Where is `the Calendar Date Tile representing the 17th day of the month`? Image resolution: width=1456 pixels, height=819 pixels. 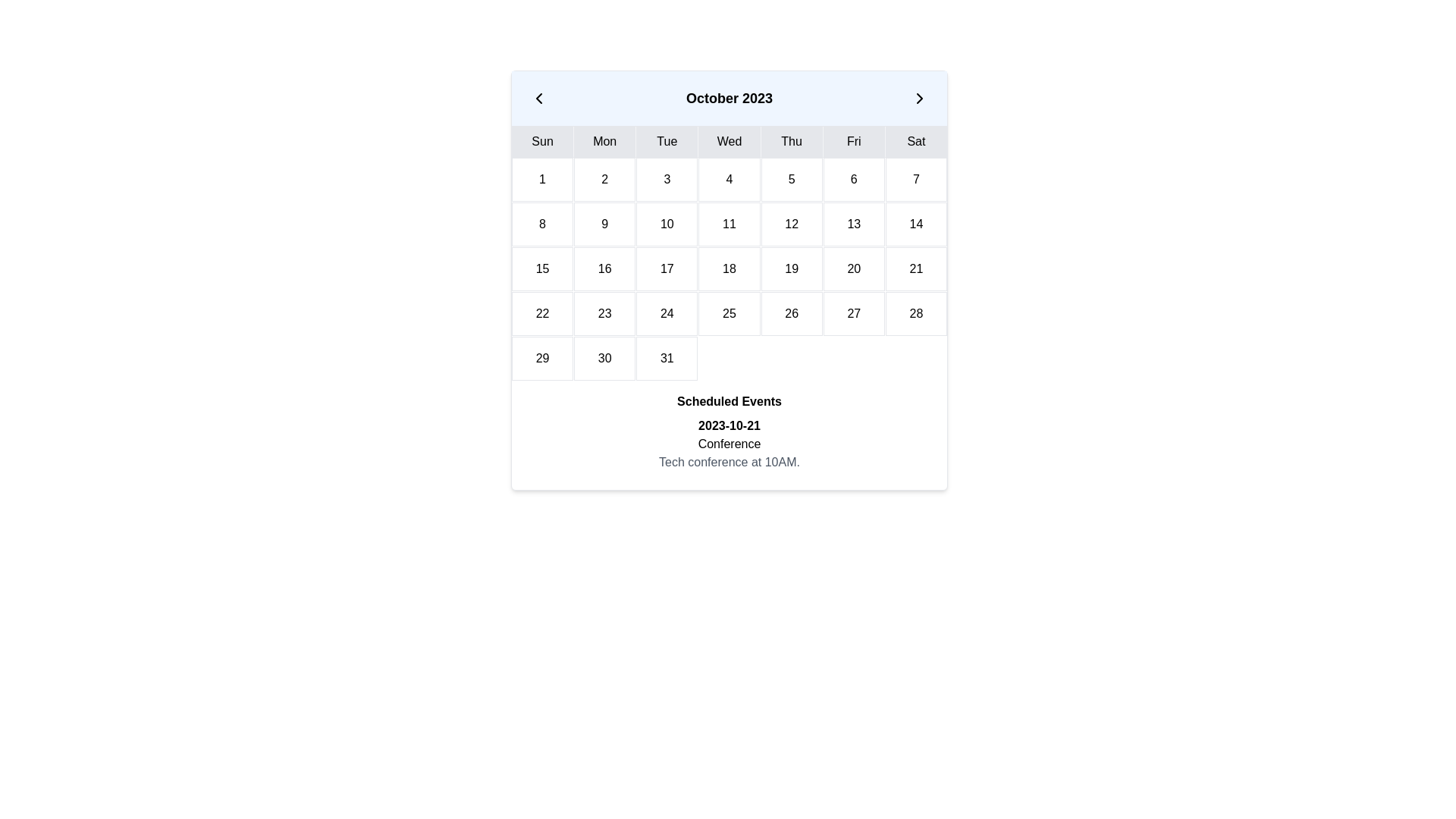
the Calendar Date Tile representing the 17th day of the month is located at coordinates (667, 268).